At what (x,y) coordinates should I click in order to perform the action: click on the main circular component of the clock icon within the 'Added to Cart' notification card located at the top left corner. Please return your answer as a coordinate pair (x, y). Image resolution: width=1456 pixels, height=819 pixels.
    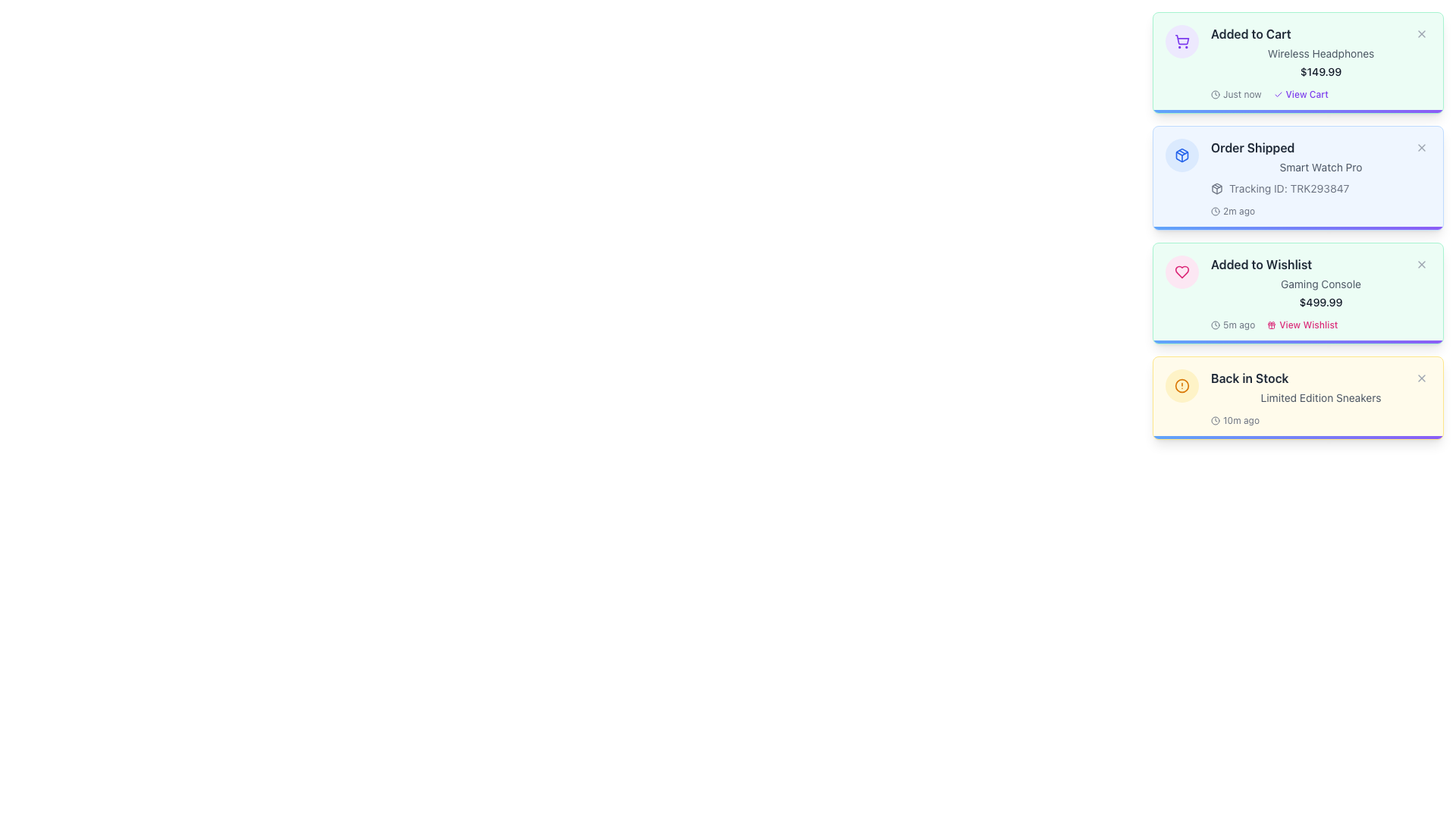
    Looking at the image, I should click on (1216, 94).